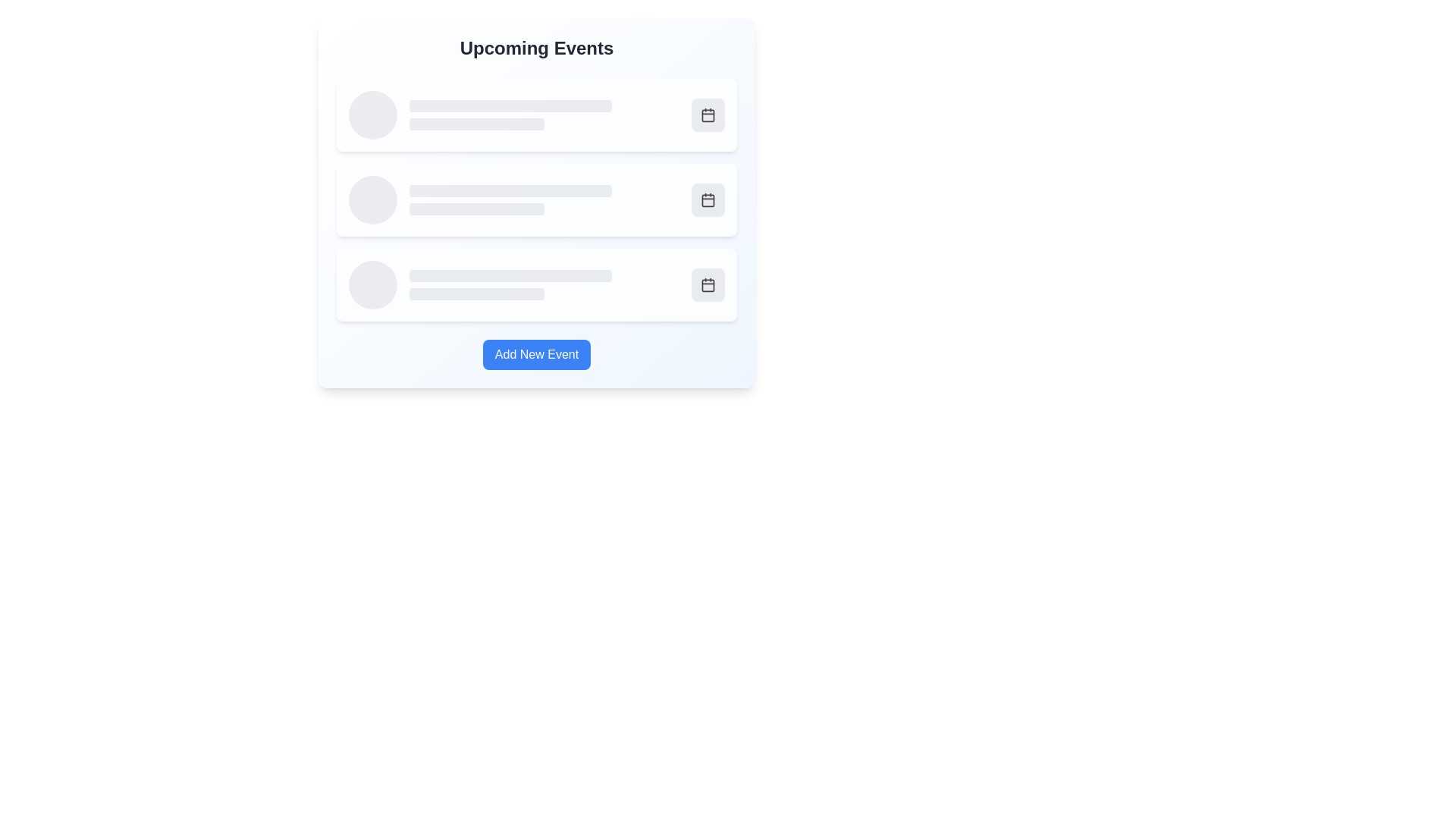  I want to click on the calendar icon with a rounded border and rectangular shape located in the third row, so click(708, 199).